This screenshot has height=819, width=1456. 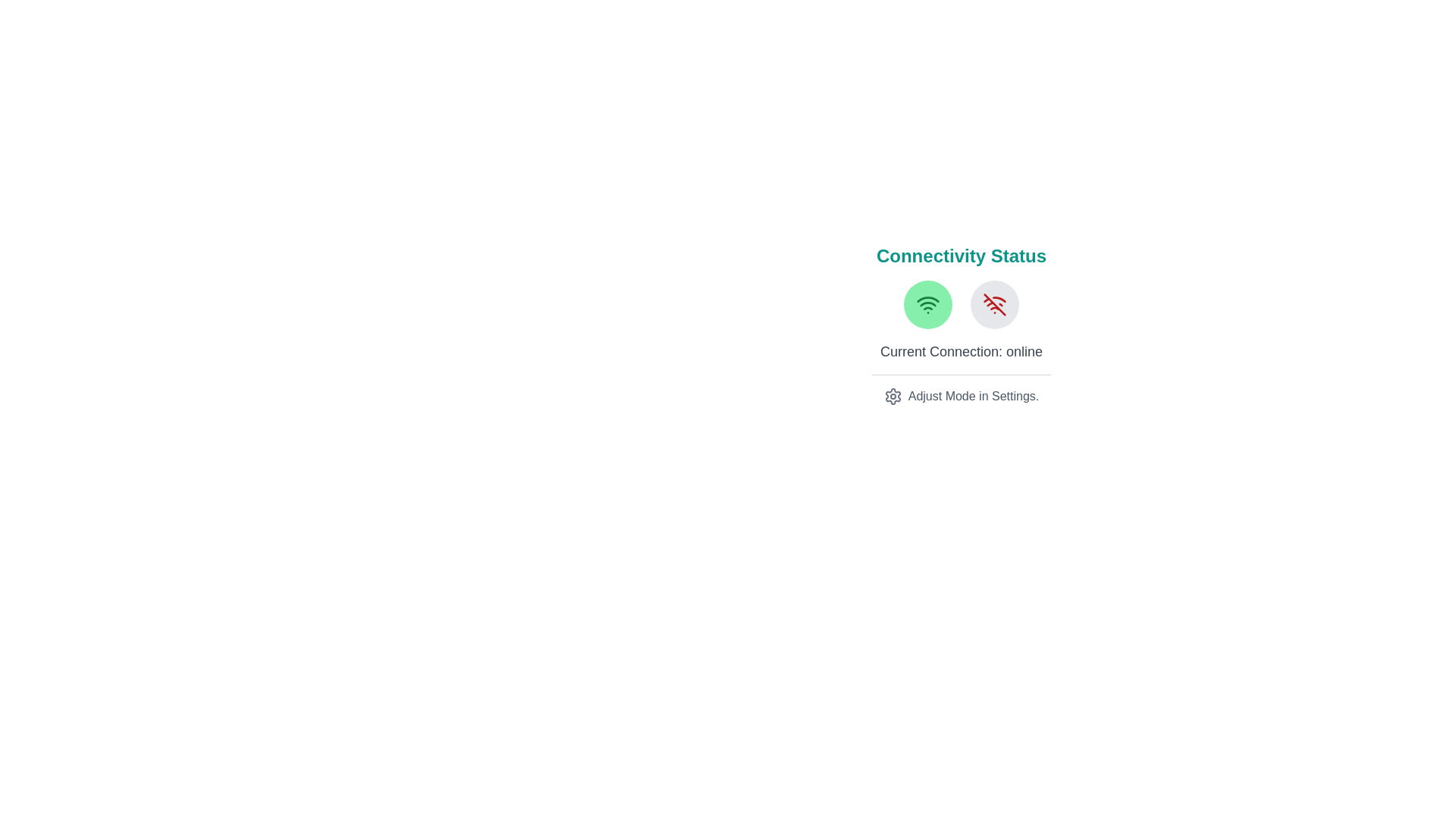 What do you see at coordinates (927, 304) in the screenshot?
I see `the 'Online' button to toggle the connectivity state` at bounding box center [927, 304].